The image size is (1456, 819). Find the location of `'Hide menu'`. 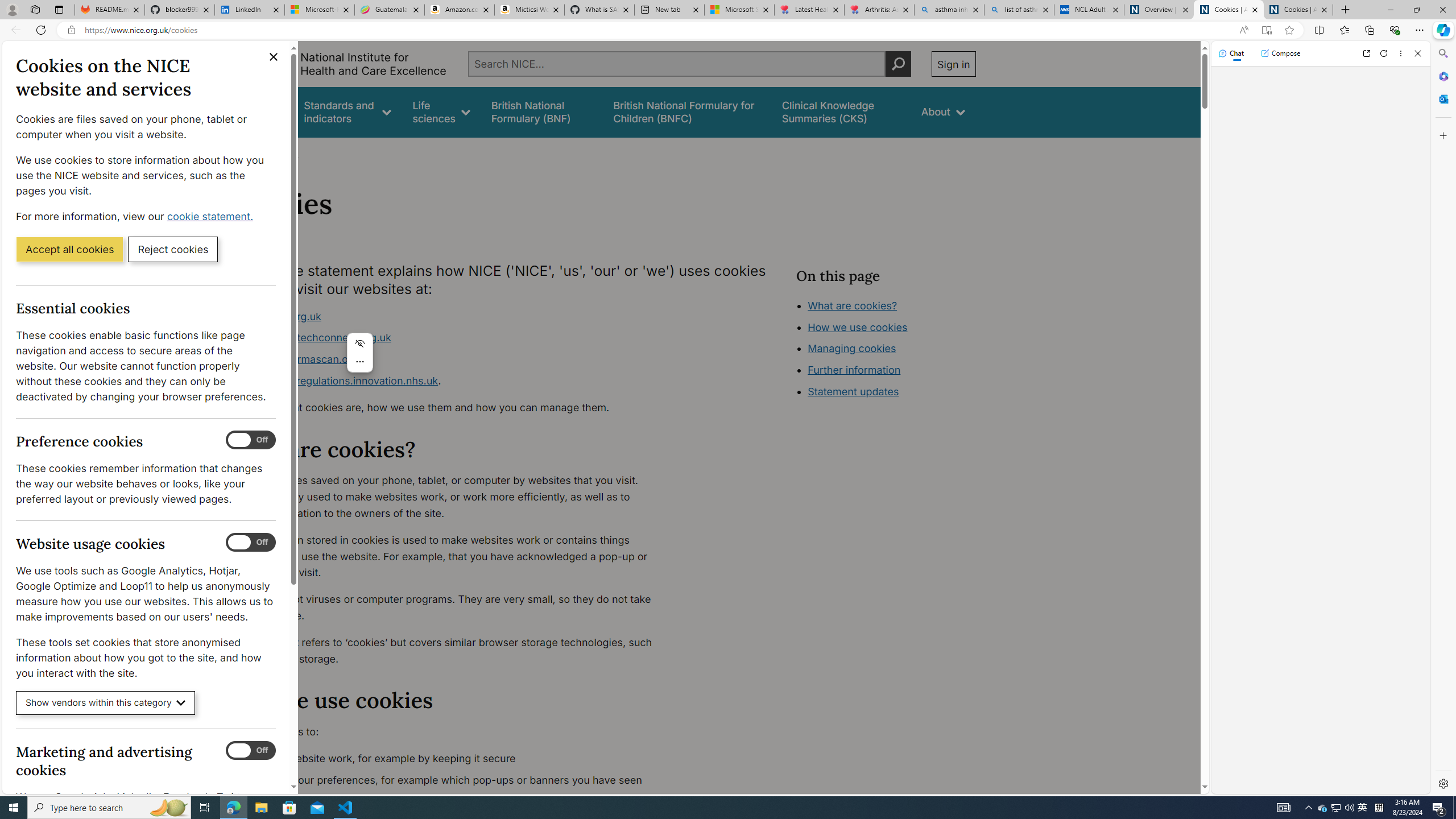

'Hide menu' is located at coordinates (359, 344).